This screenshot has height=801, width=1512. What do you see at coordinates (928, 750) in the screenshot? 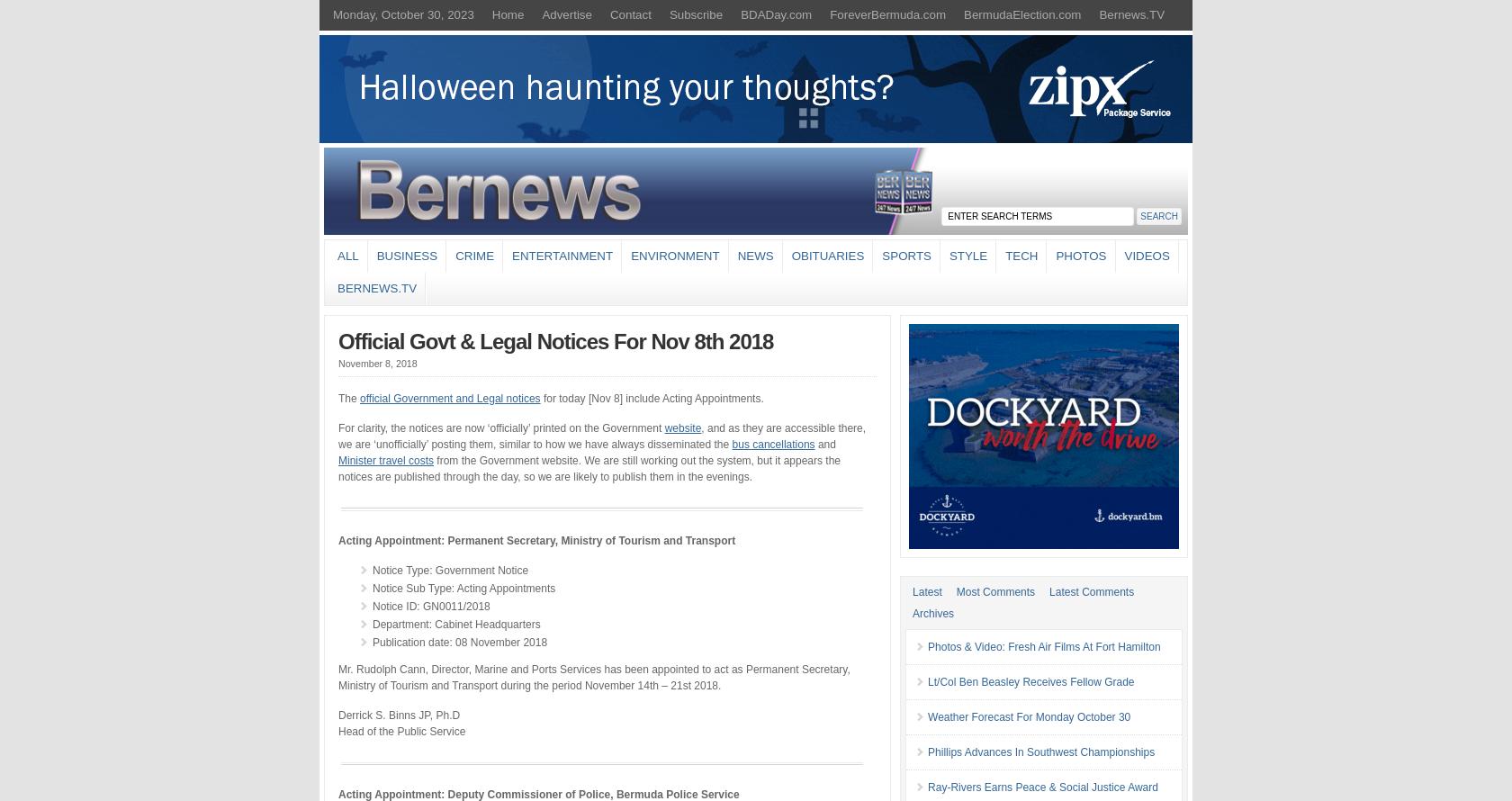
I see `'Phillips Advances In Southwest Championships'` at bounding box center [928, 750].